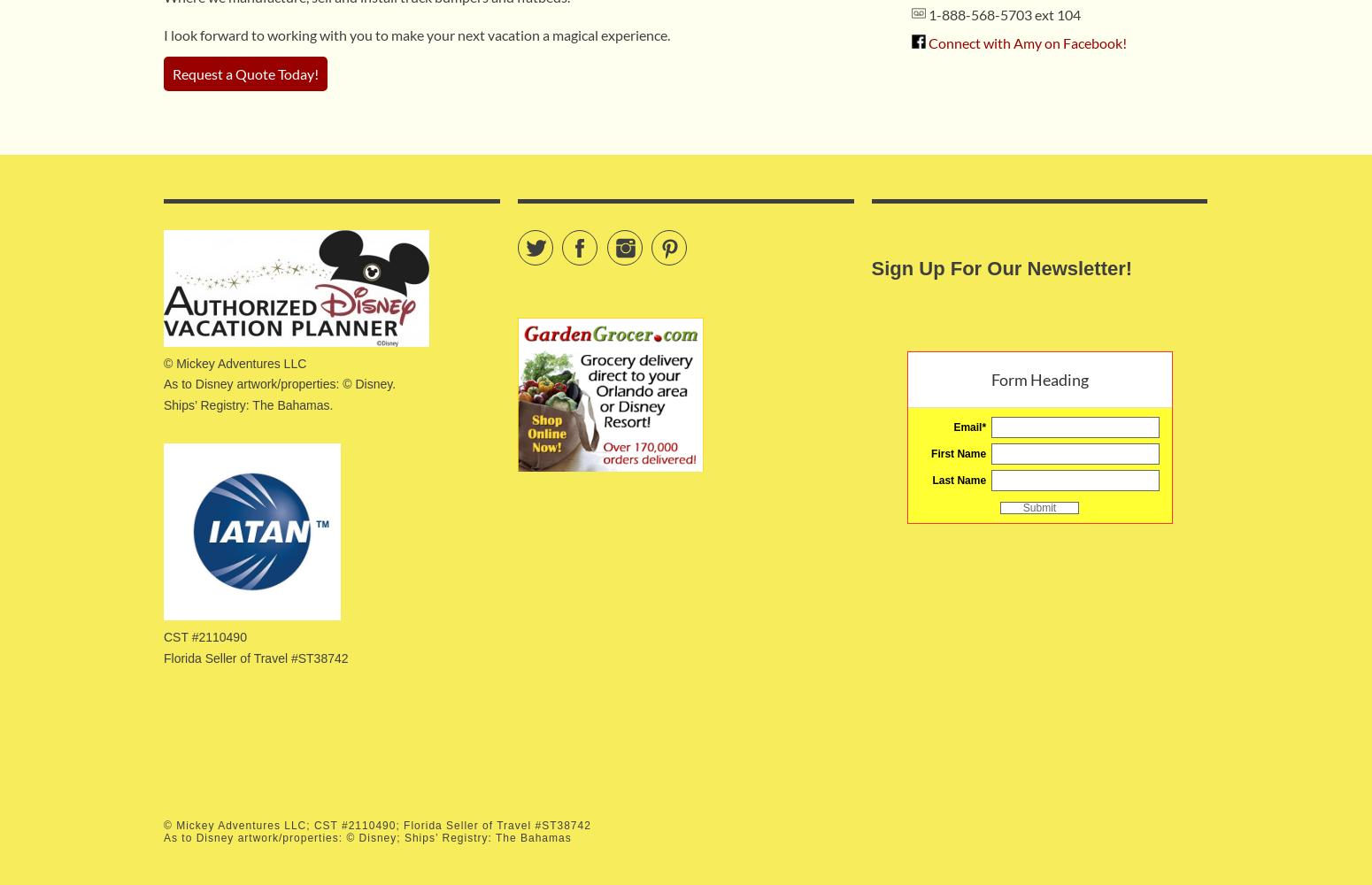 The width and height of the screenshot is (1372, 885). Describe the element at coordinates (235, 363) in the screenshot. I see `'© Mickey Adventures LLC'` at that location.